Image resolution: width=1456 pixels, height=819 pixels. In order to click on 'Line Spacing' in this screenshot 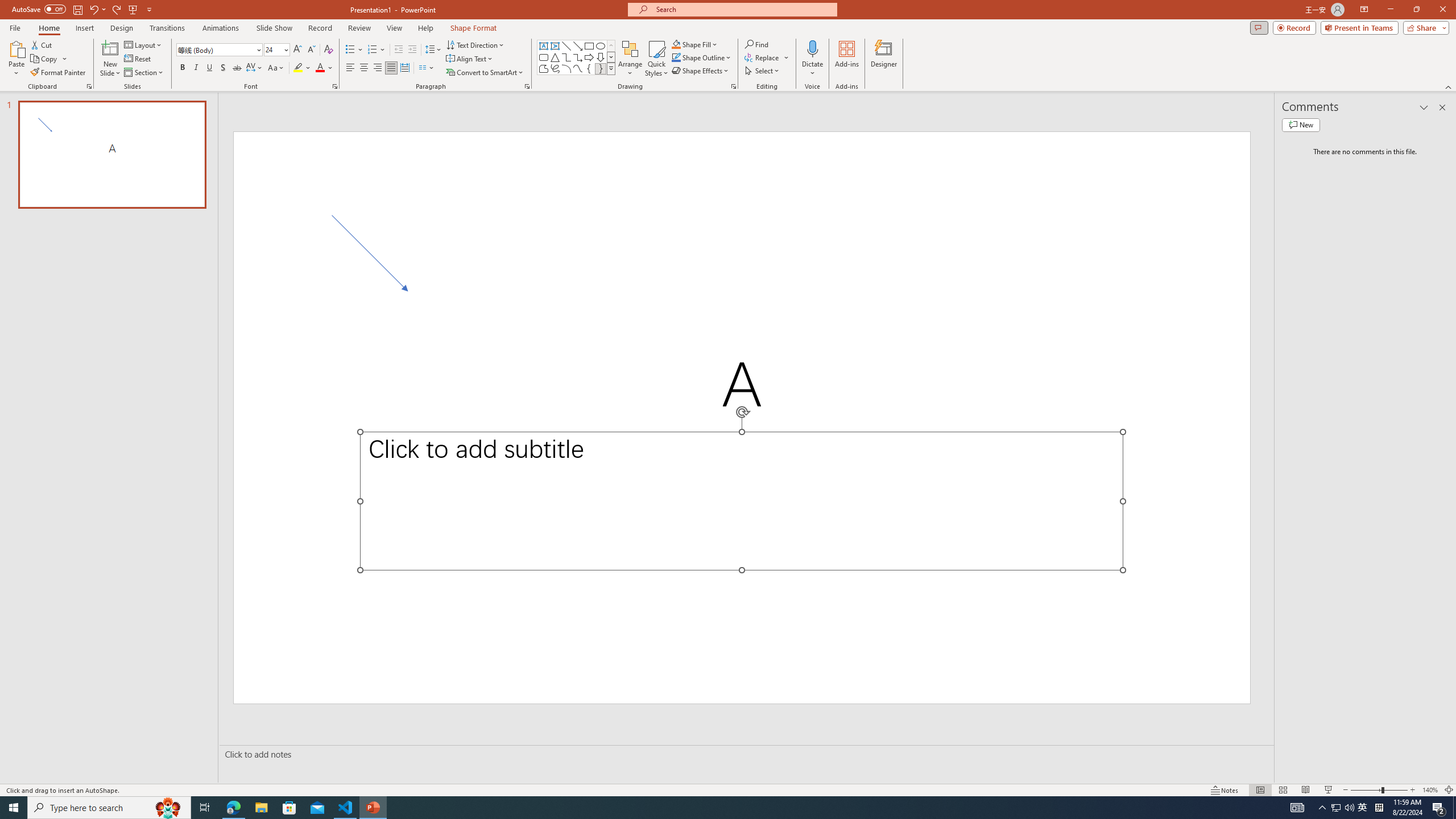, I will do `click(433, 49)`.